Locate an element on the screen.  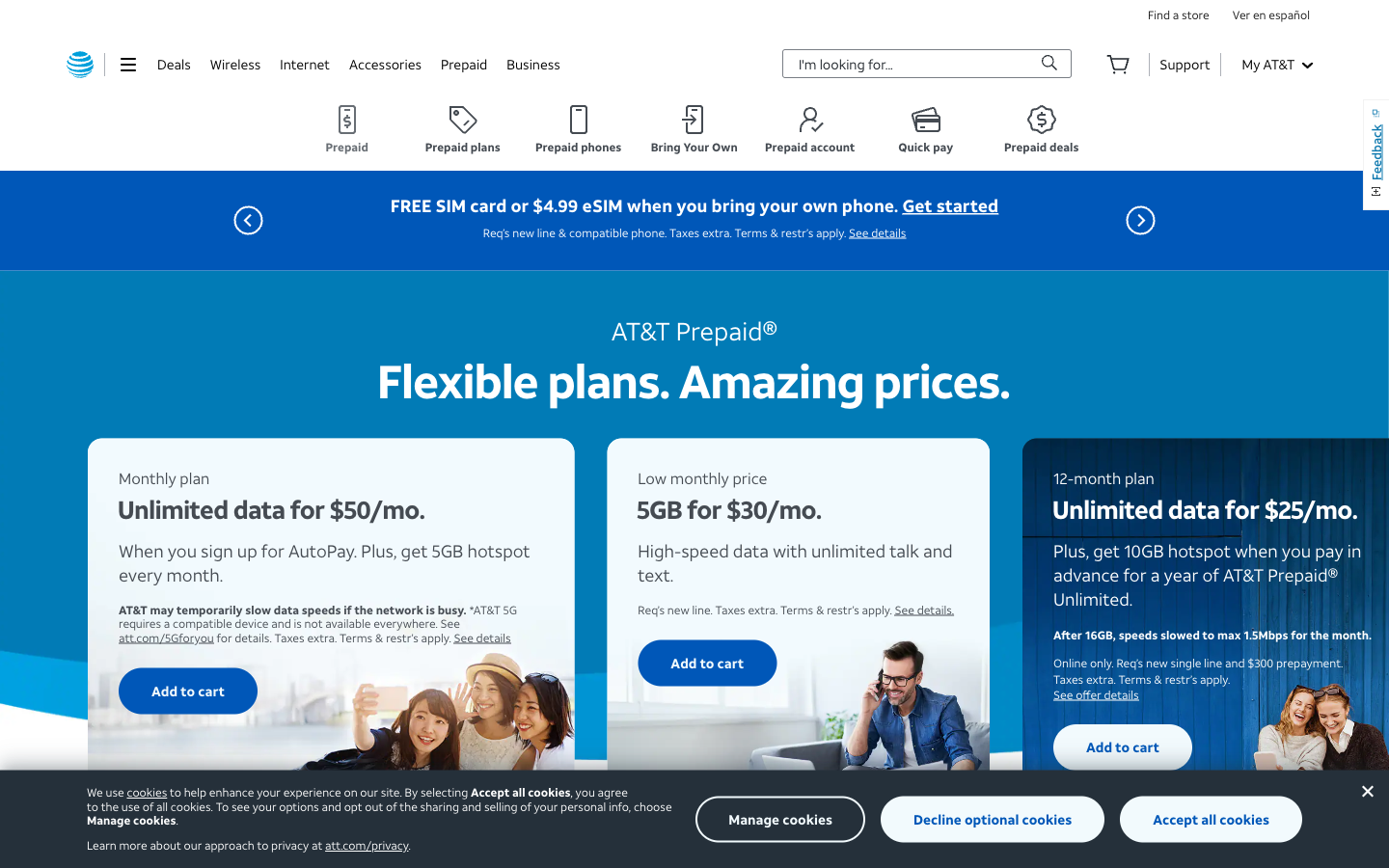
View the "Prepaid Plans is located at coordinates (462, 129).